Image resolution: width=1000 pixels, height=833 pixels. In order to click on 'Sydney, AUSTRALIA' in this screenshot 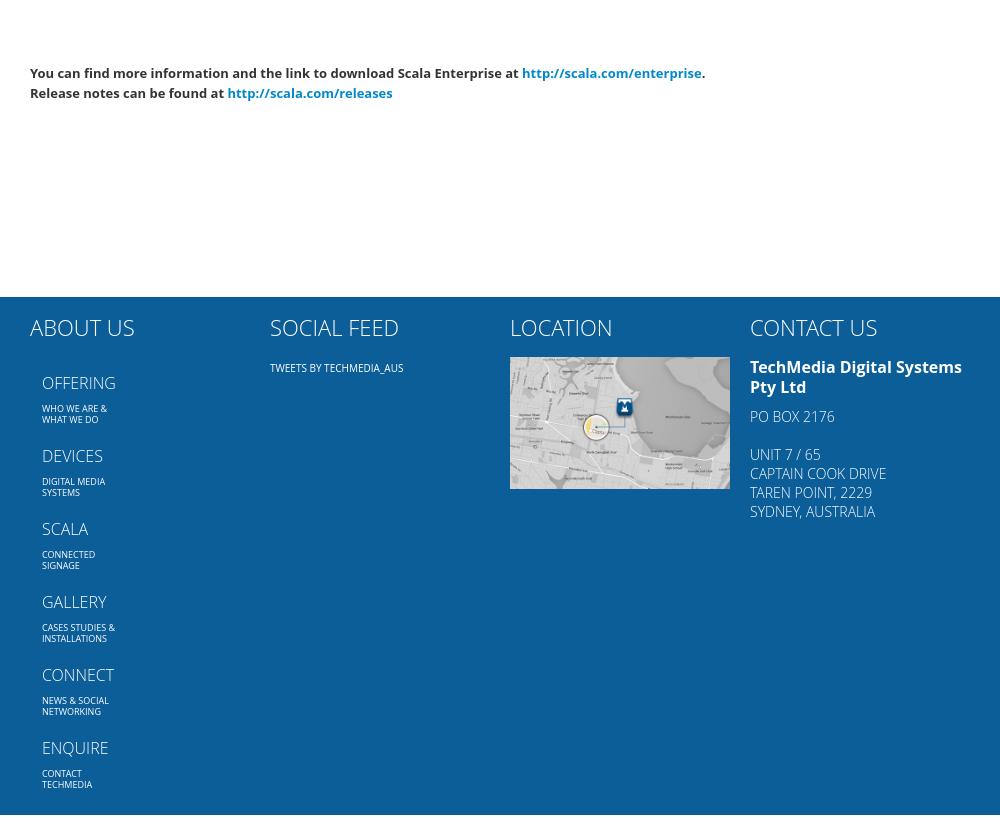, I will do `click(812, 511)`.